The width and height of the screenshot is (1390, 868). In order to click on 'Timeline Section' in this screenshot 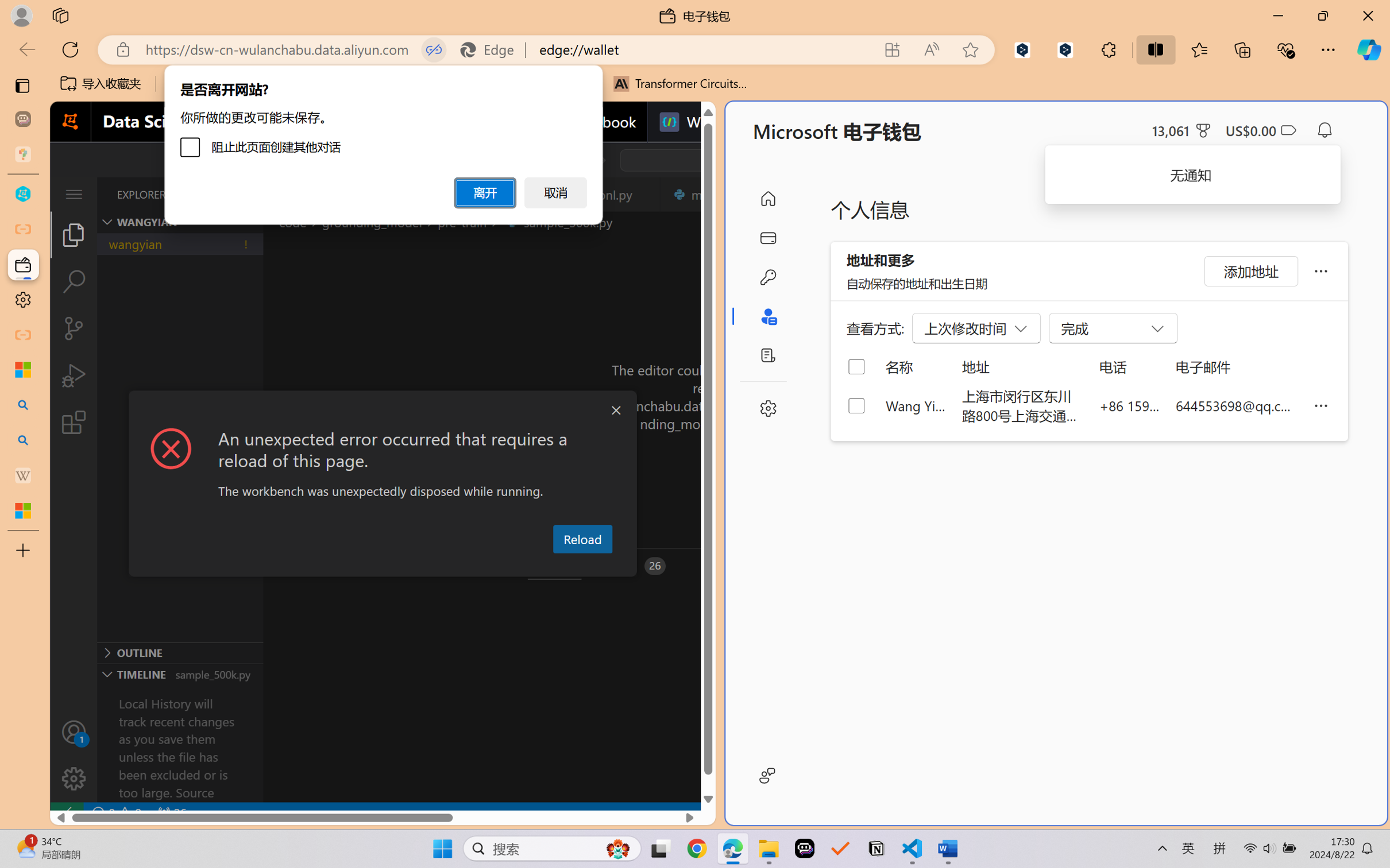, I will do `click(180, 674)`.